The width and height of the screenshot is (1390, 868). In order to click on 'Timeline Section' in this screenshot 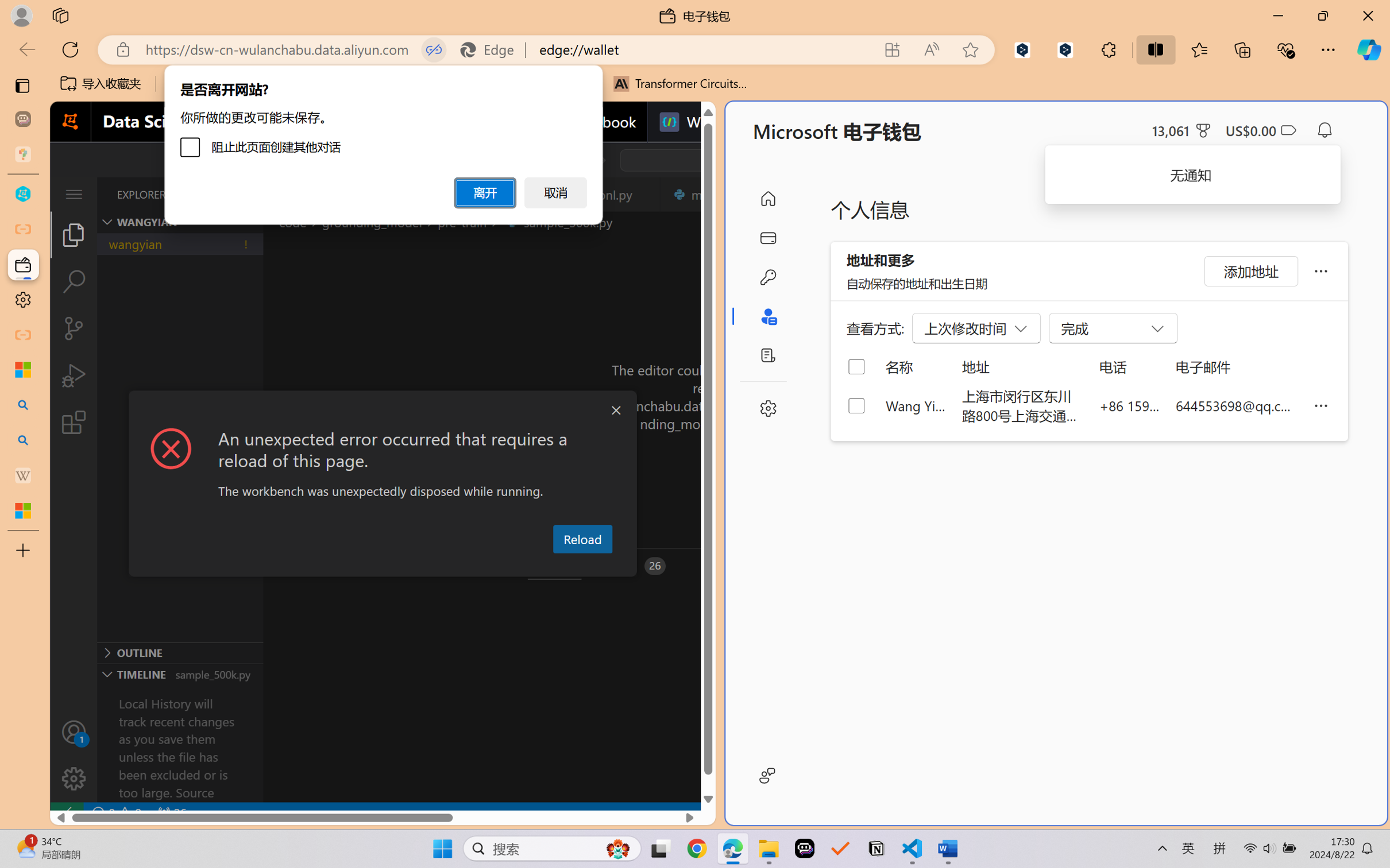, I will do `click(180, 674)`.